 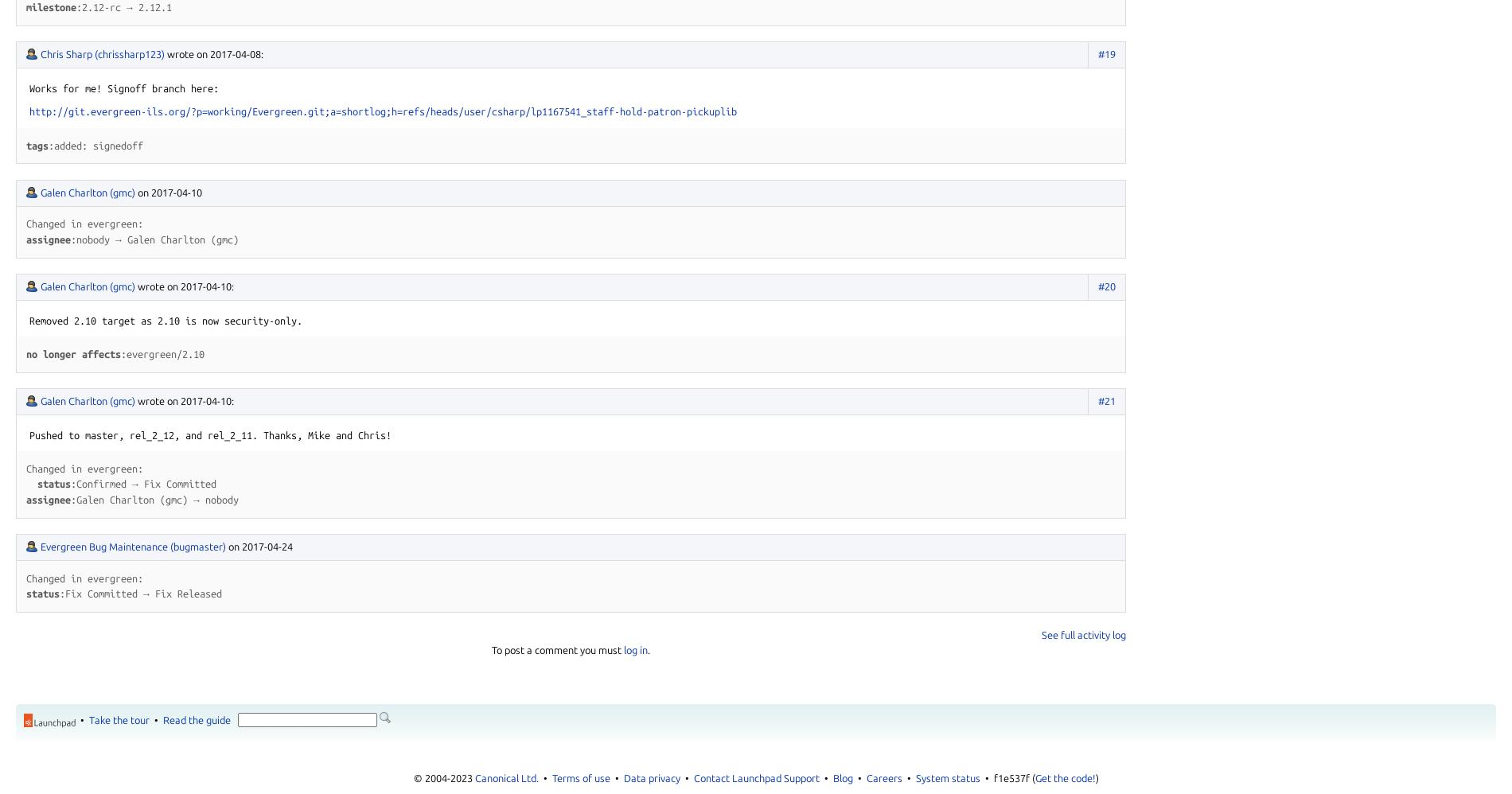 I want to click on '#20', so click(x=1105, y=285).